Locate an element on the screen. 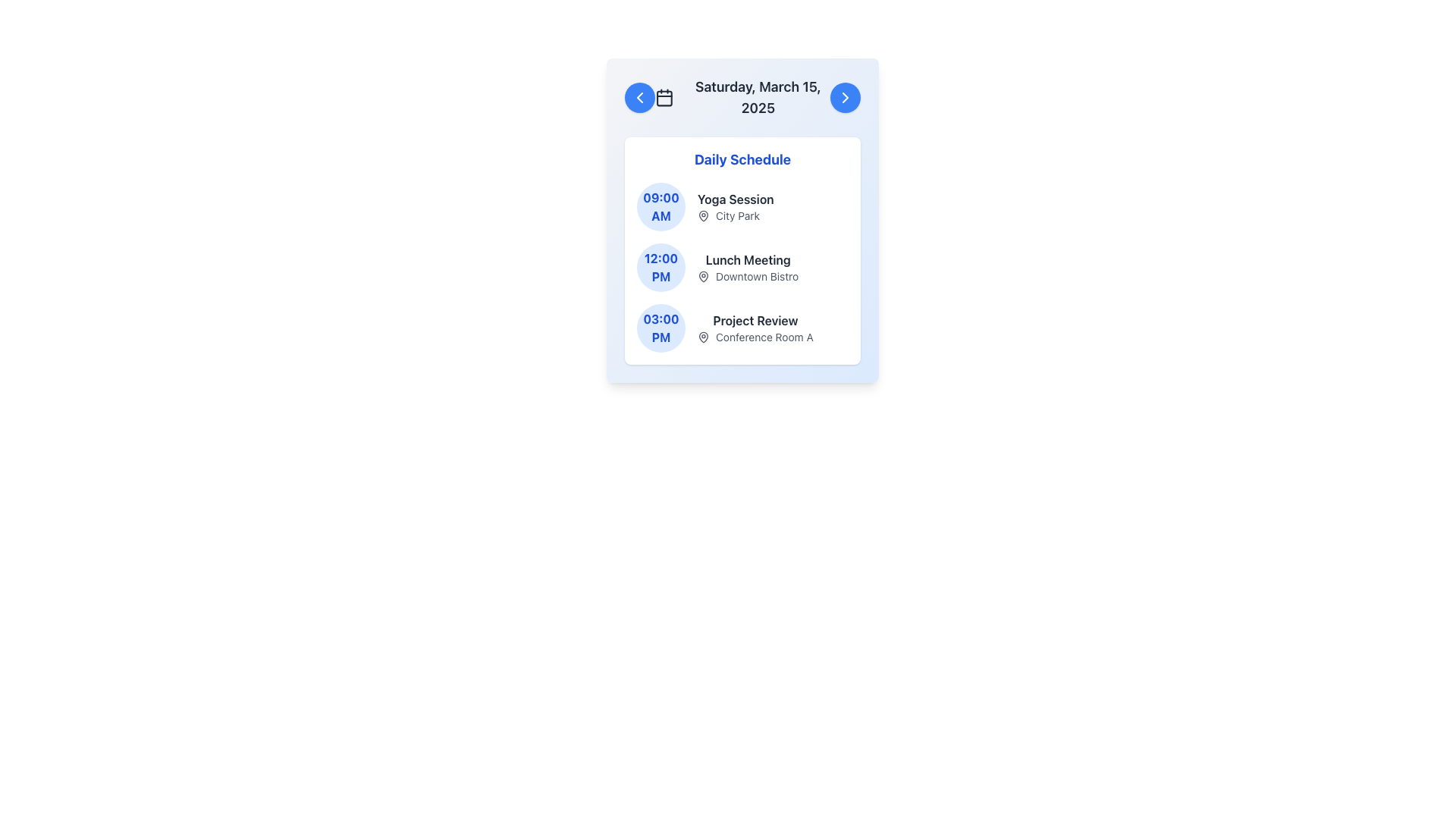 Image resolution: width=1456 pixels, height=819 pixels. the Text with Icon indicating the venue for the 'Yoga Session' event, which is positioned below the 'Yoga Session' title and aligned with the '09:00 AM' time indicator is located at coordinates (736, 216).